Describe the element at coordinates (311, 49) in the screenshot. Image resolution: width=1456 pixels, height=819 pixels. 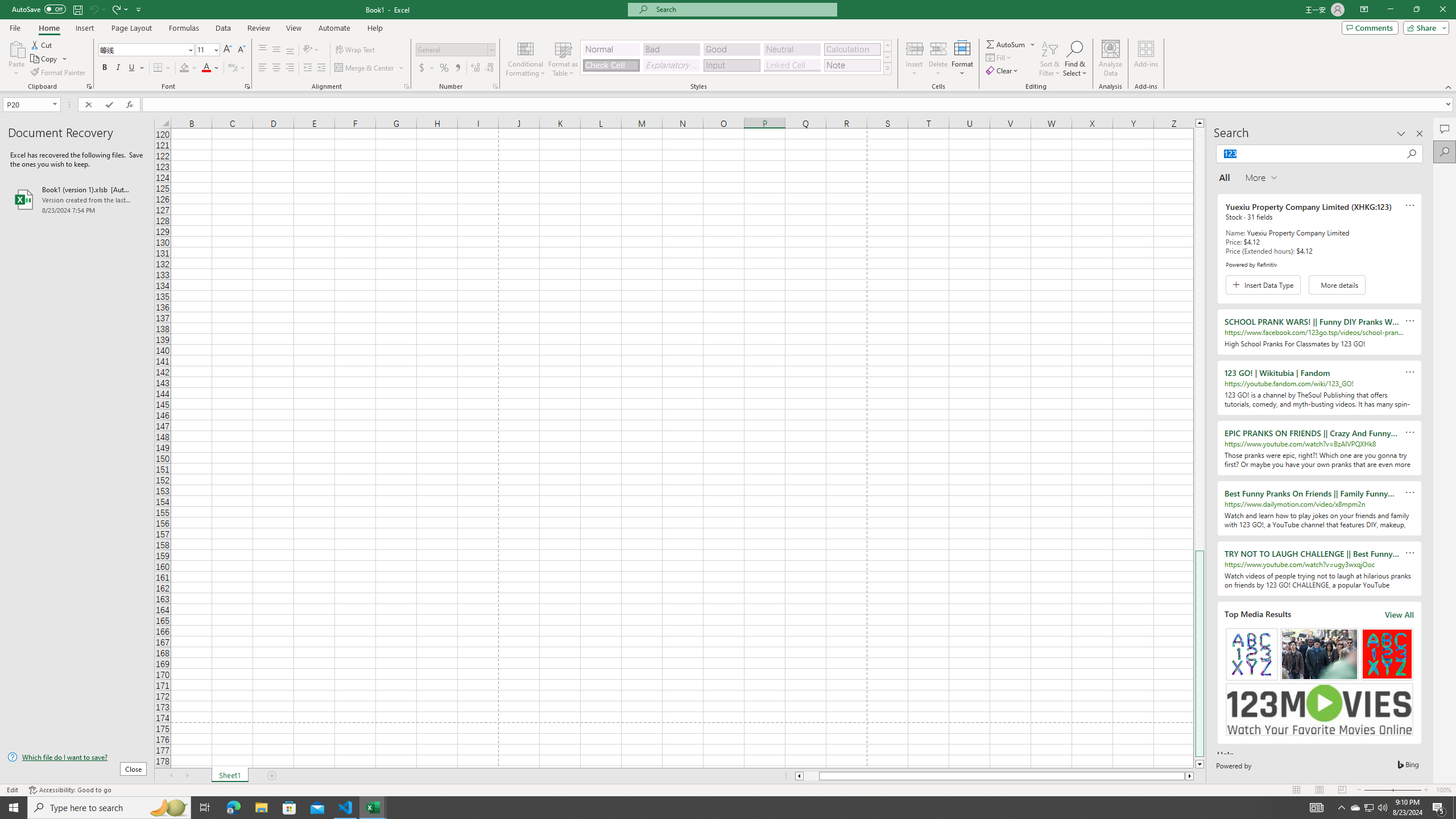
I see `'Orientation'` at that location.